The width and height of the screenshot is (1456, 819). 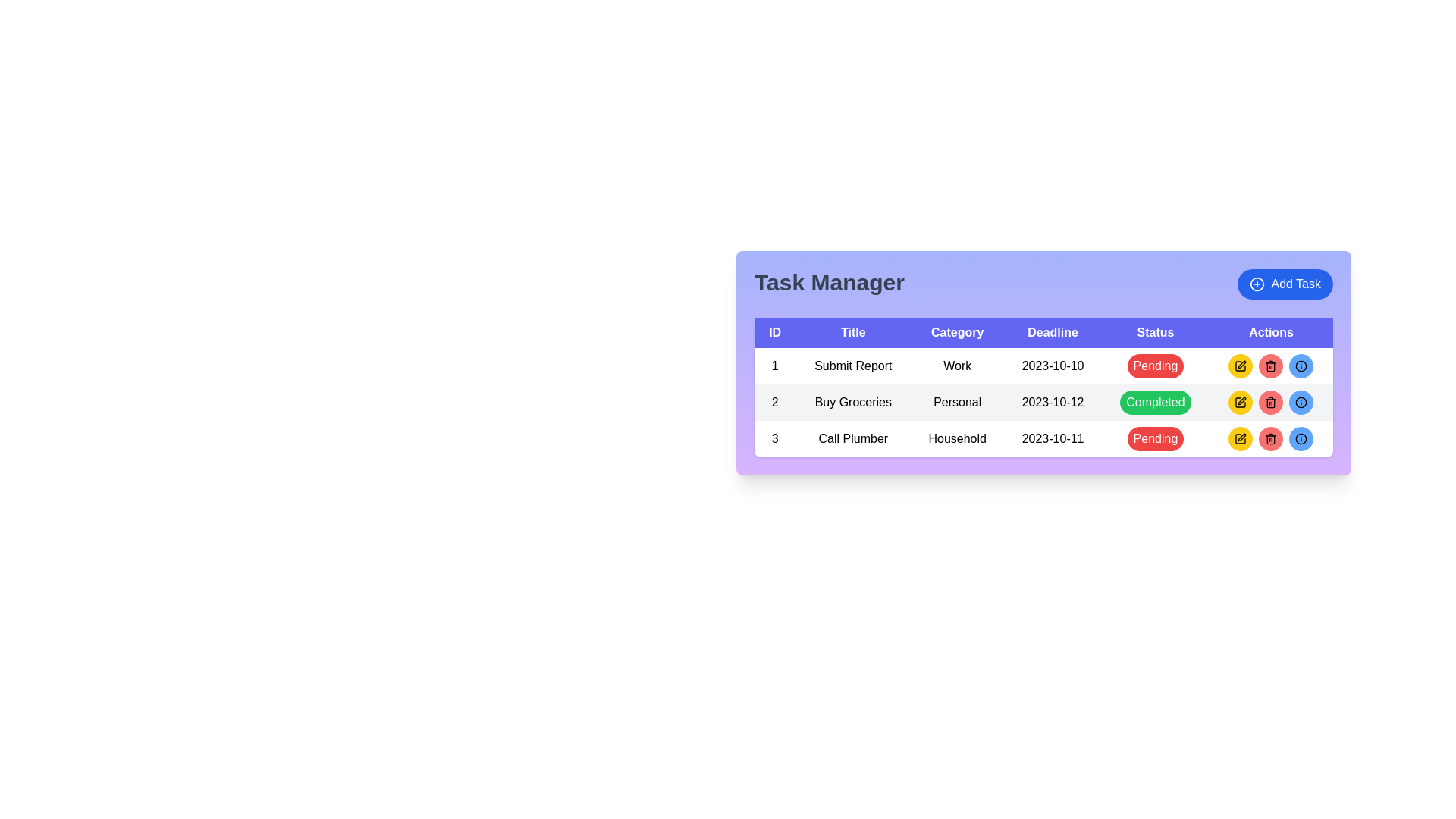 I want to click on the pill-shaped button labeled 'Pending' with a red background in the 'Status' column of the first row under the 'Task Manager' heading to interact with the 'Submit Report' task, so click(x=1154, y=366).